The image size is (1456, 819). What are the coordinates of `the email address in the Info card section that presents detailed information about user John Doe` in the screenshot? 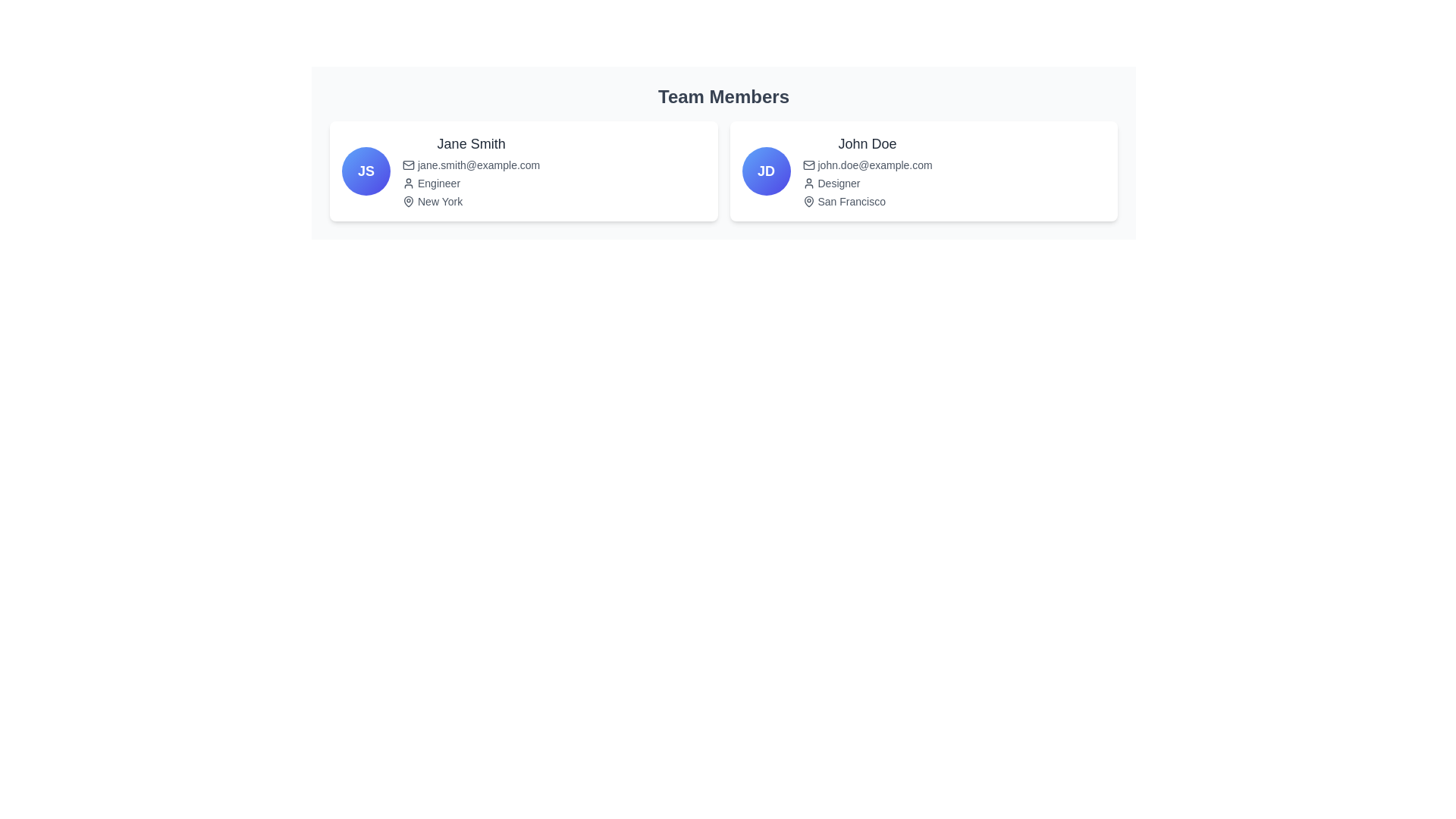 It's located at (868, 171).